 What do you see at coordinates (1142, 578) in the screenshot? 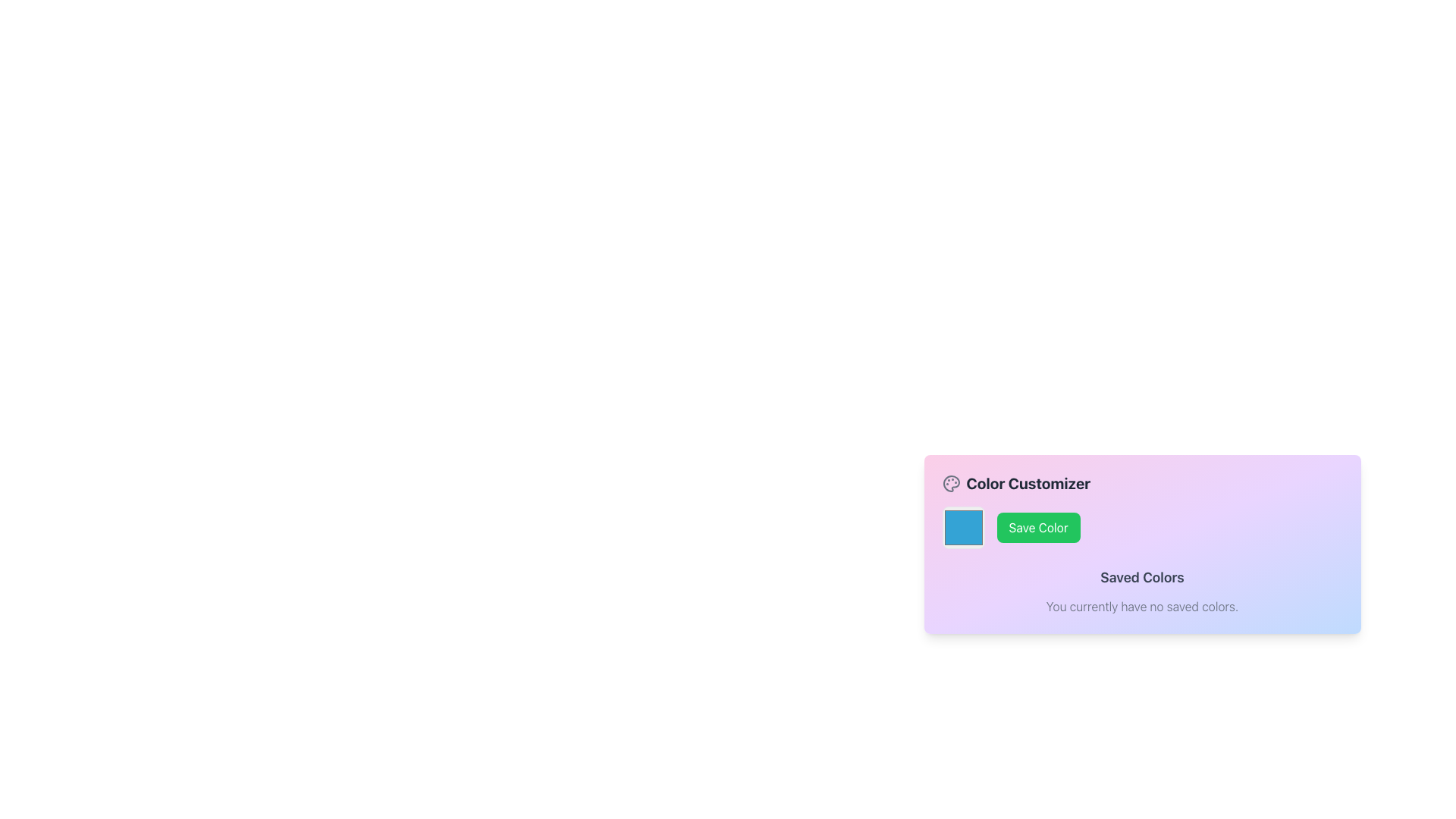
I see `the text label displaying 'Saved Colors', which is positioned below the 'Save Color' button and above the subtext 'You currently have no saved colors'` at bounding box center [1142, 578].